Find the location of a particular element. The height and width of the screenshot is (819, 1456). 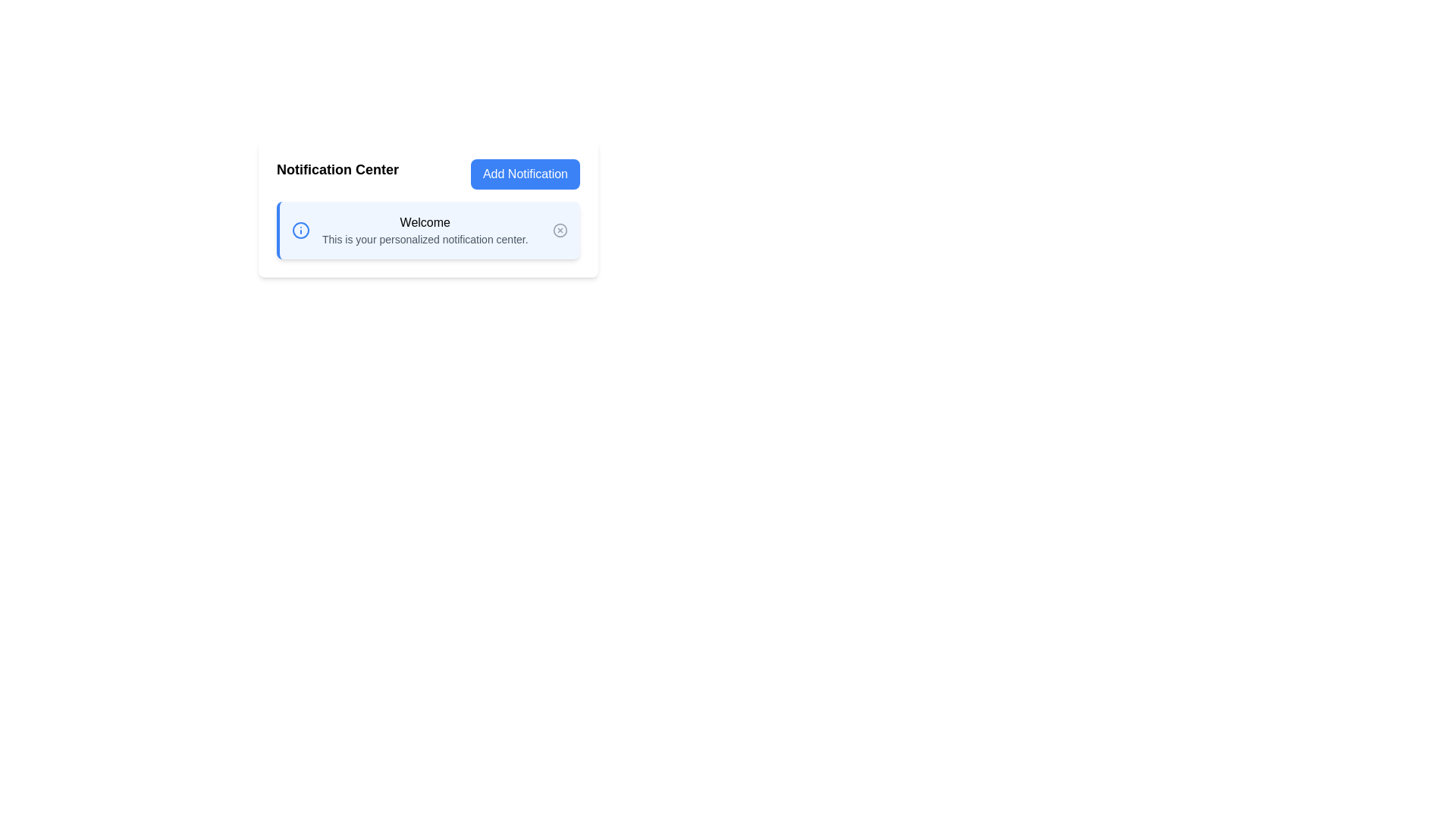

the outer circular border of the informational icon located at the leftmost part of the notification card underneath the header 'Notification Center' and next to the 'Welcome' headline is located at coordinates (301, 231).